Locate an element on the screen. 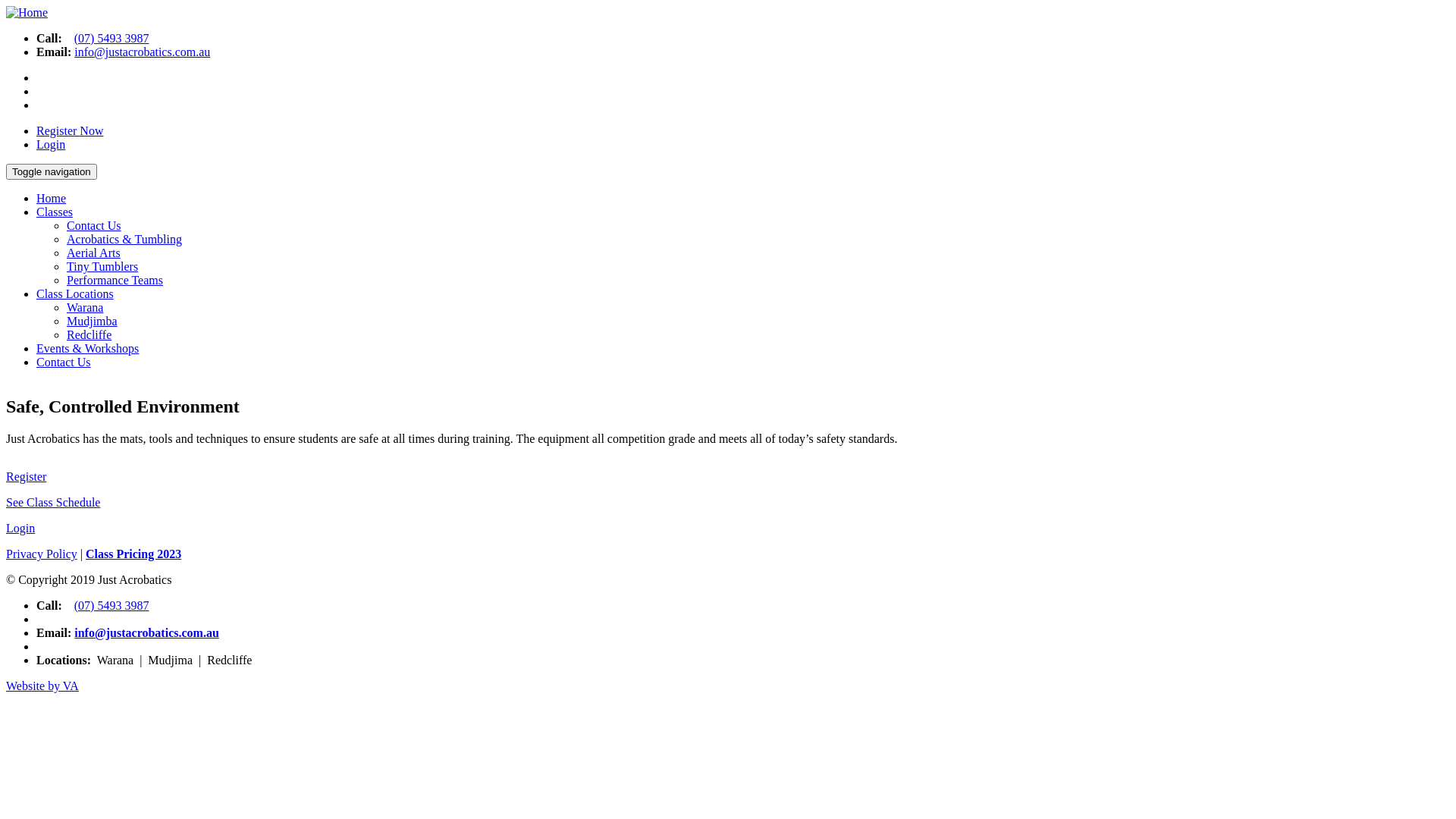  'Aerial Arts' is located at coordinates (65, 252).